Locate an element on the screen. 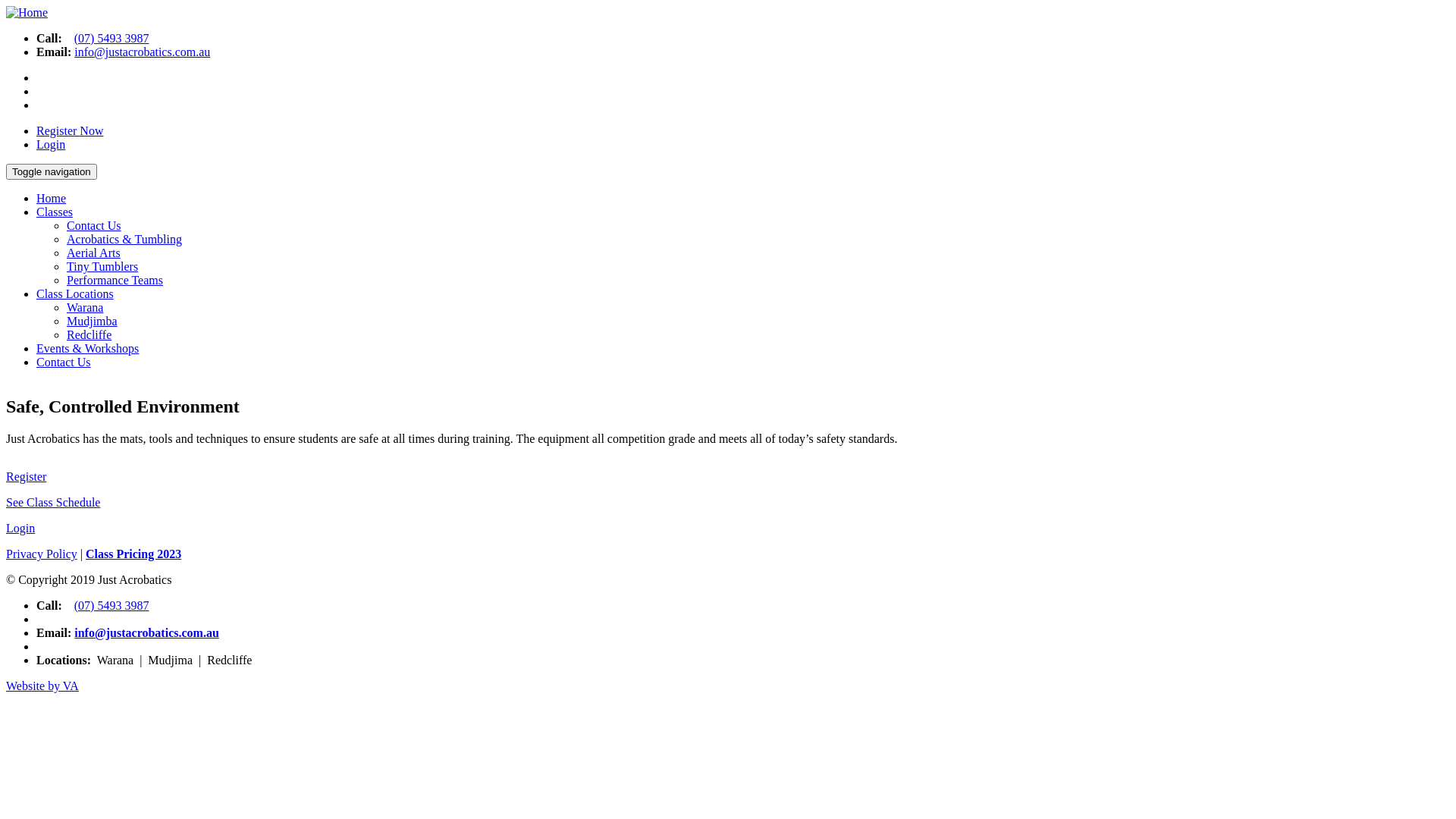  'Aerial Arts' is located at coordinates (65, 252).